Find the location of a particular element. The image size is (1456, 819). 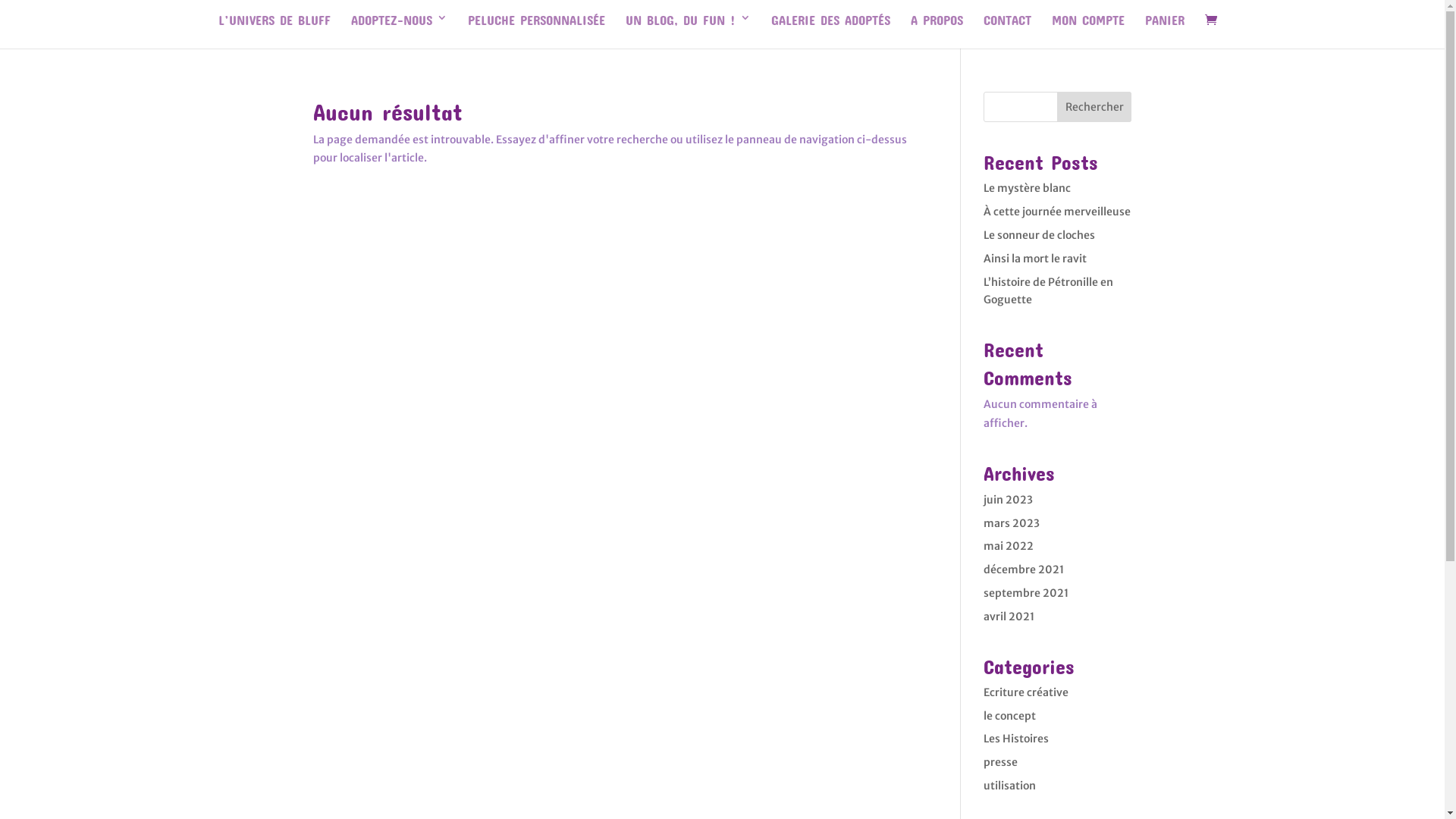

'septembre 2021' is located at coordinates (1026, 592).